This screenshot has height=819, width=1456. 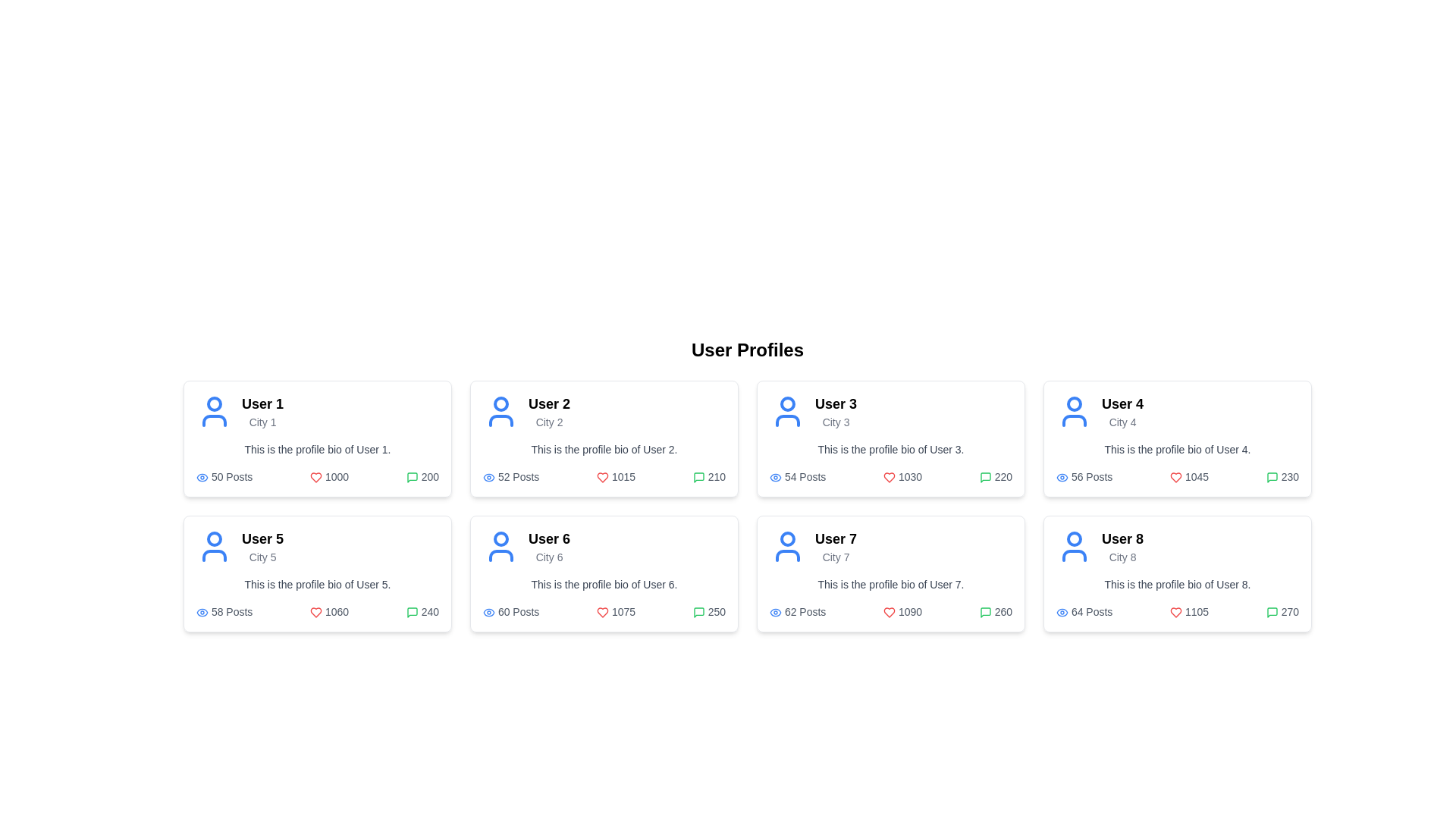 I want to click on the heart-shaped red icon next to the numeric counter '1045' in the profile card for 'User 4', located in the top-right corner of the grid layout, so click(x=1175, y=478).